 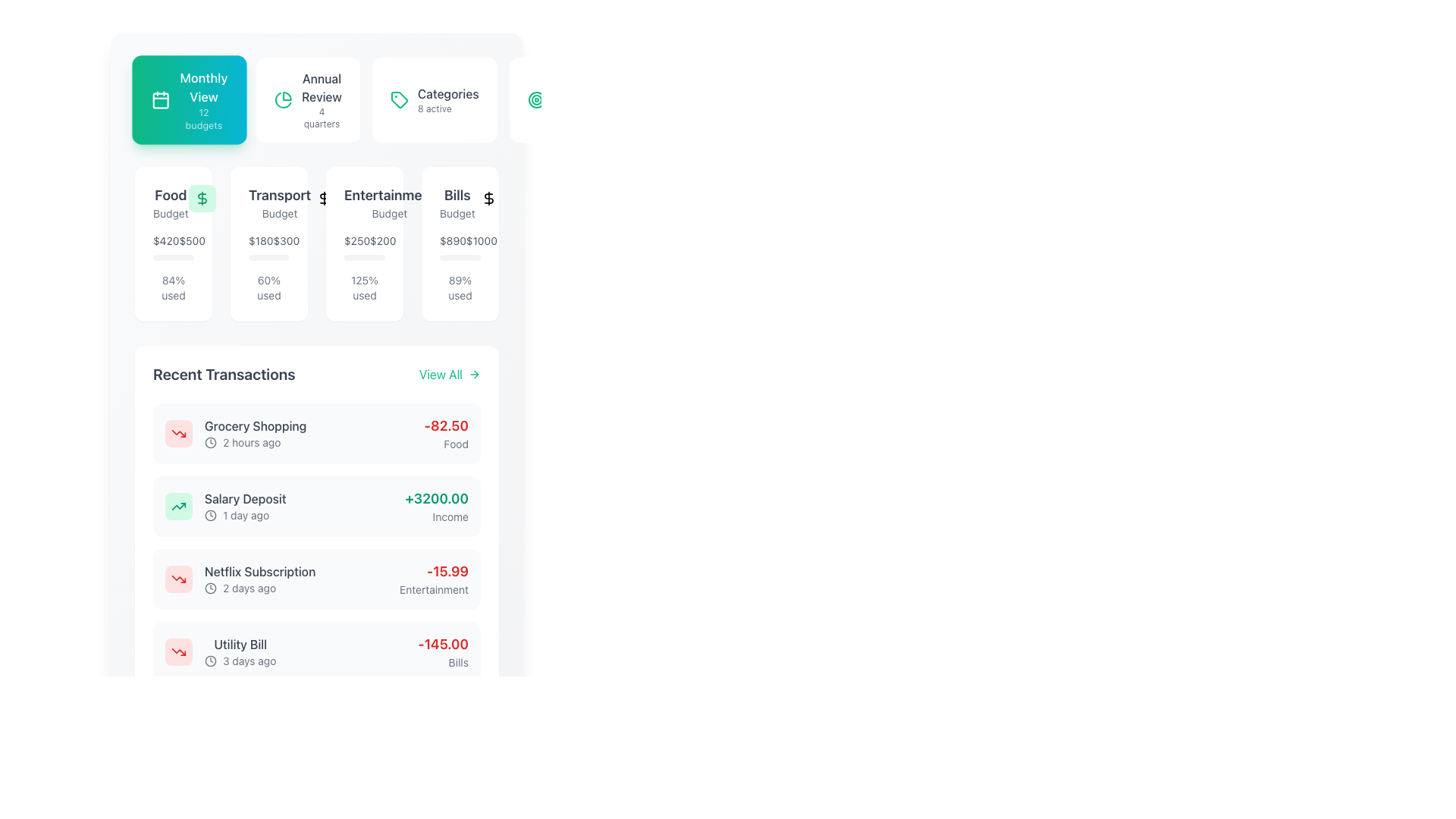 What do you see at coordinates (170, 256) in the screenshot?
I see `the filled portion of the progress bar segment representing the 'Food' budget utilization, which indicates 84% usage` at bounding box center [170, 256].